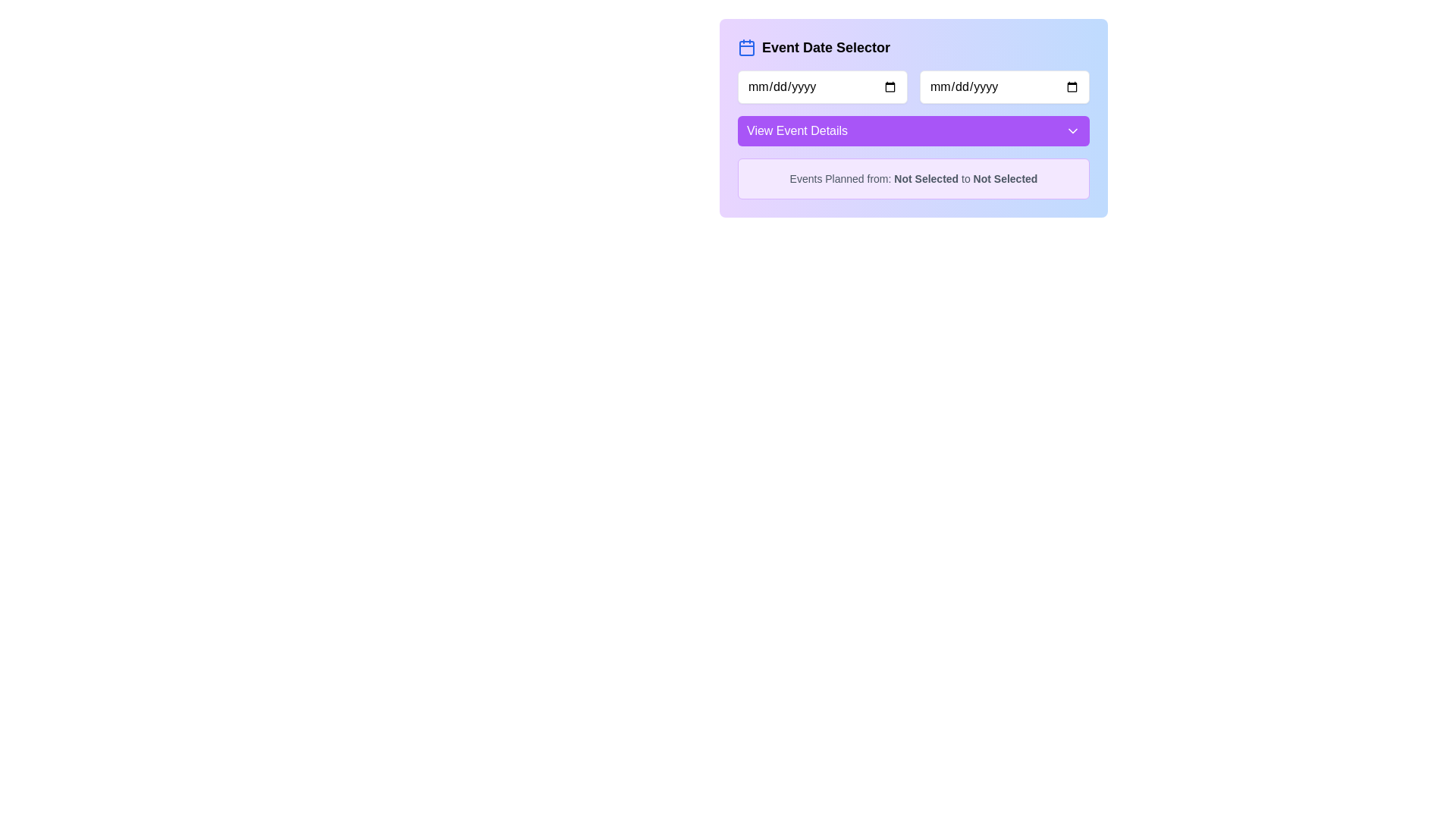 This screenshot has width=1456, height=819. What do you see at coordinates (912, 177) in the screenshot?
I see `the informational text box that displays the range of dates selected for the event planning feature, located beneath the 'View Event Details' button` at bounding box center [912, 177].